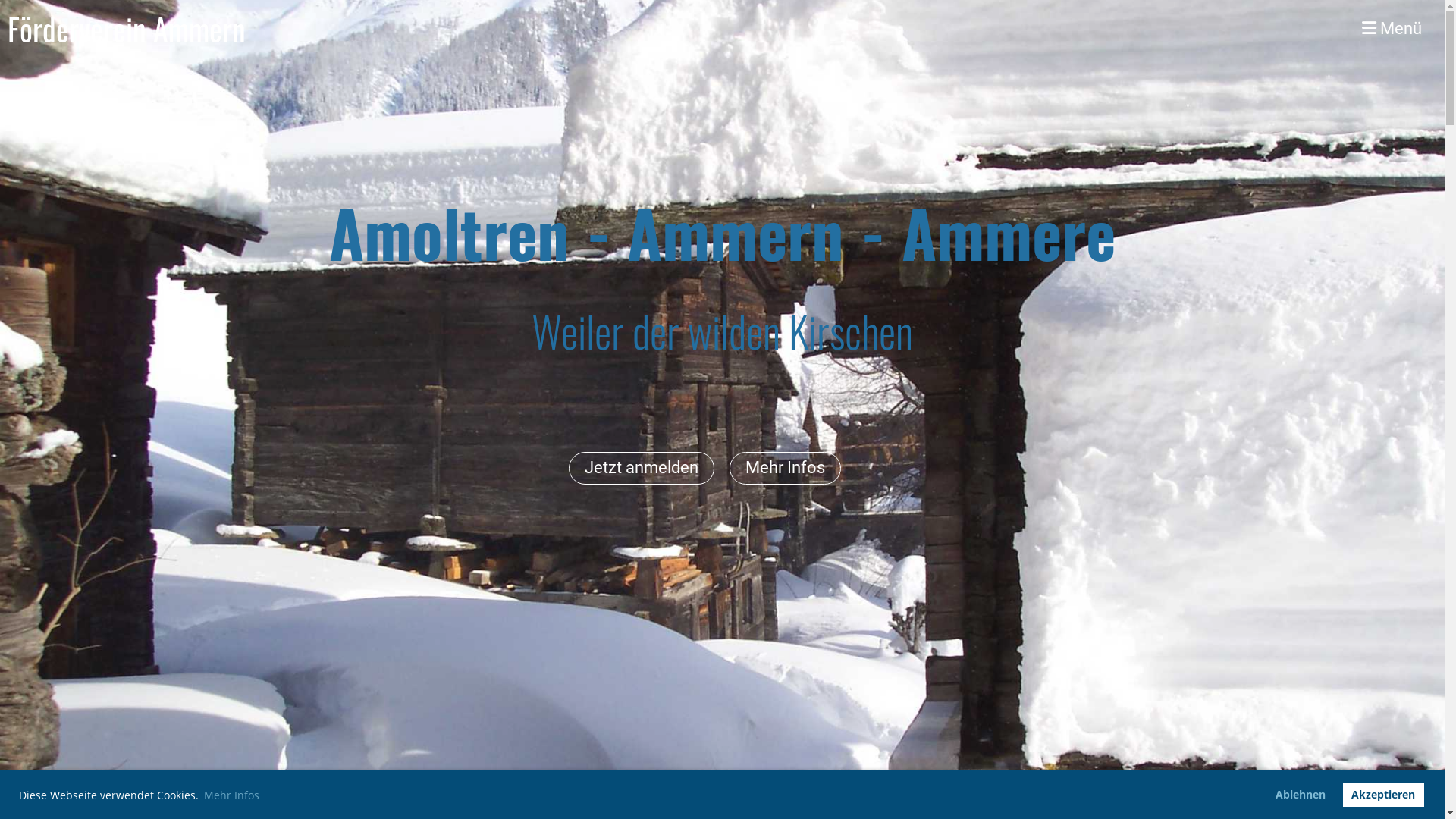 Image resolution: width=1456 pixels, height=819 pixels. I want to click on 'Jetzt anmelden', so click(641, 467).